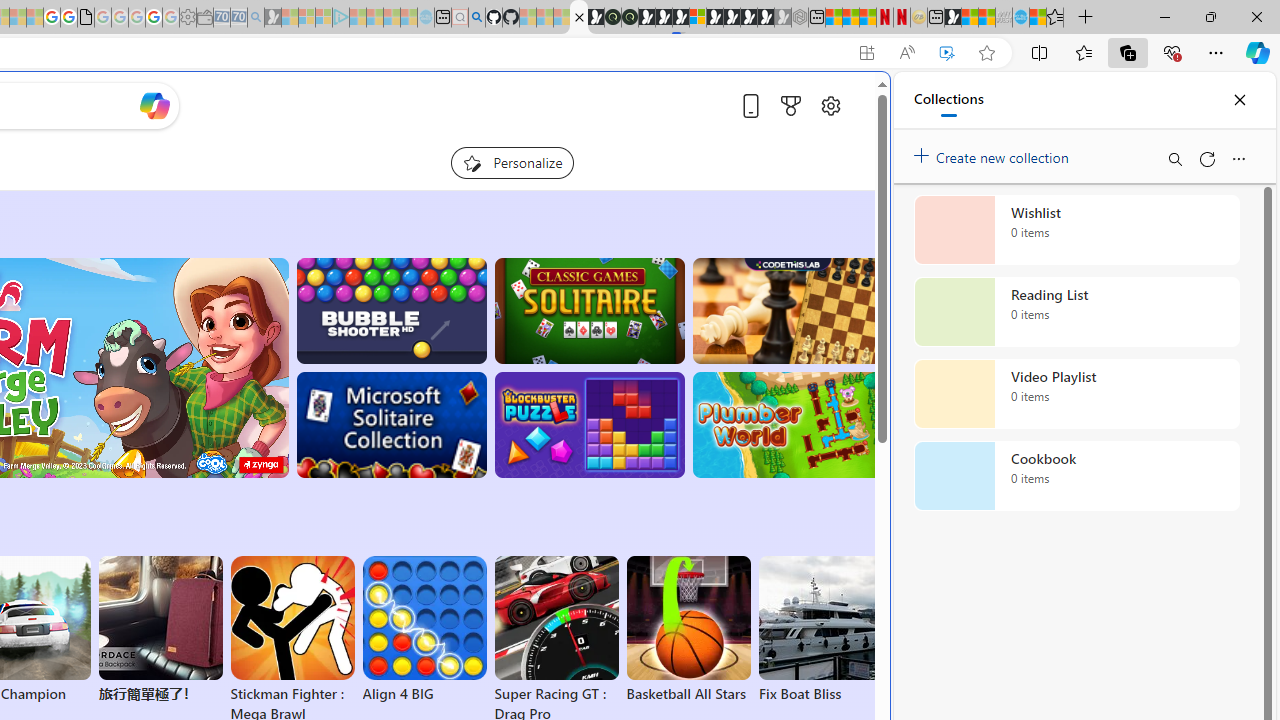 This screenshot has height=720, width=1280. Describe the element at coordinates (1076, 394) in the screenshot. I see `'Video Playlist collection, 0 items'` at that location.